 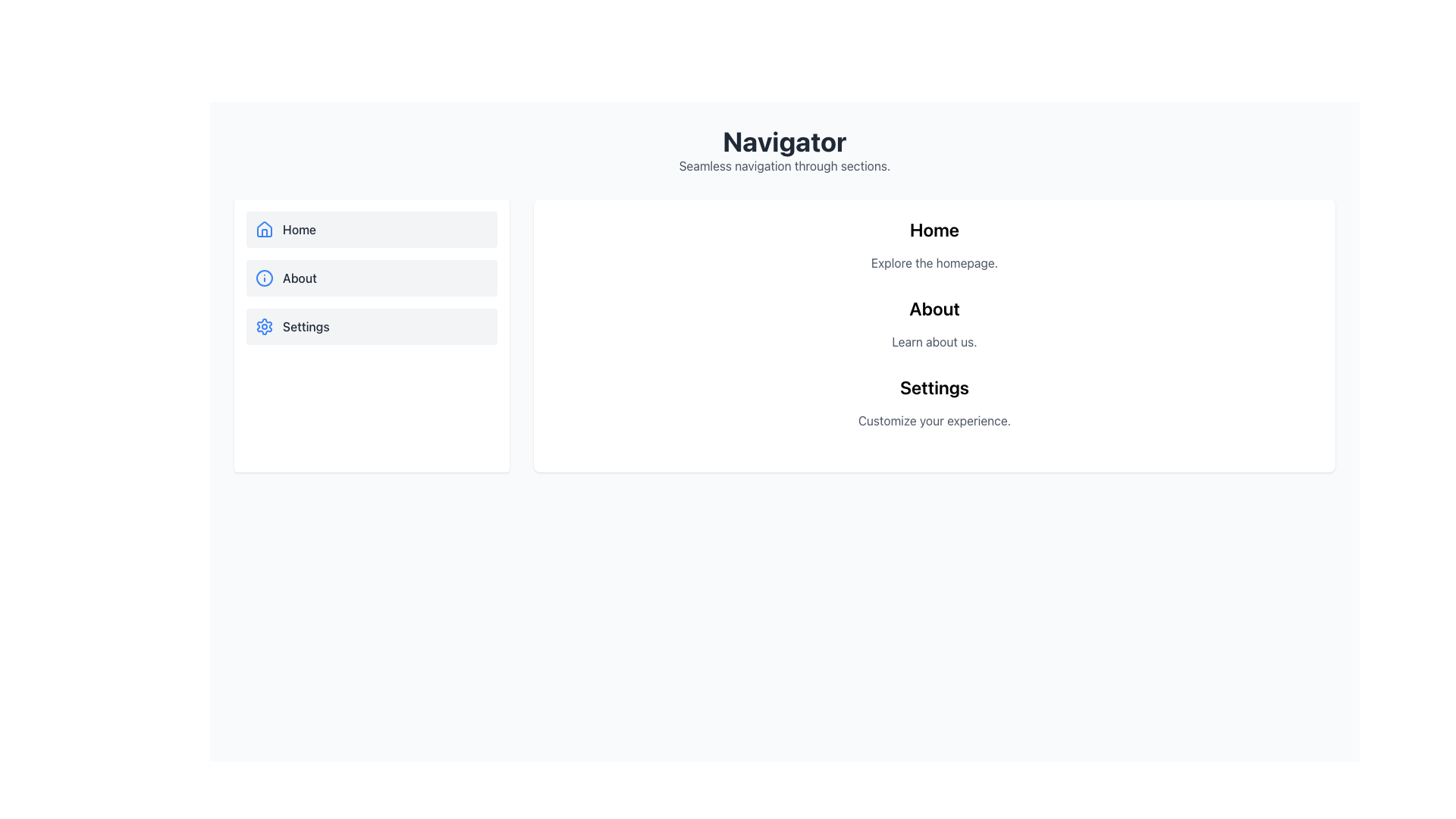 I want to click on the gear icon representing 'Settings', so click(x=265, y=326).